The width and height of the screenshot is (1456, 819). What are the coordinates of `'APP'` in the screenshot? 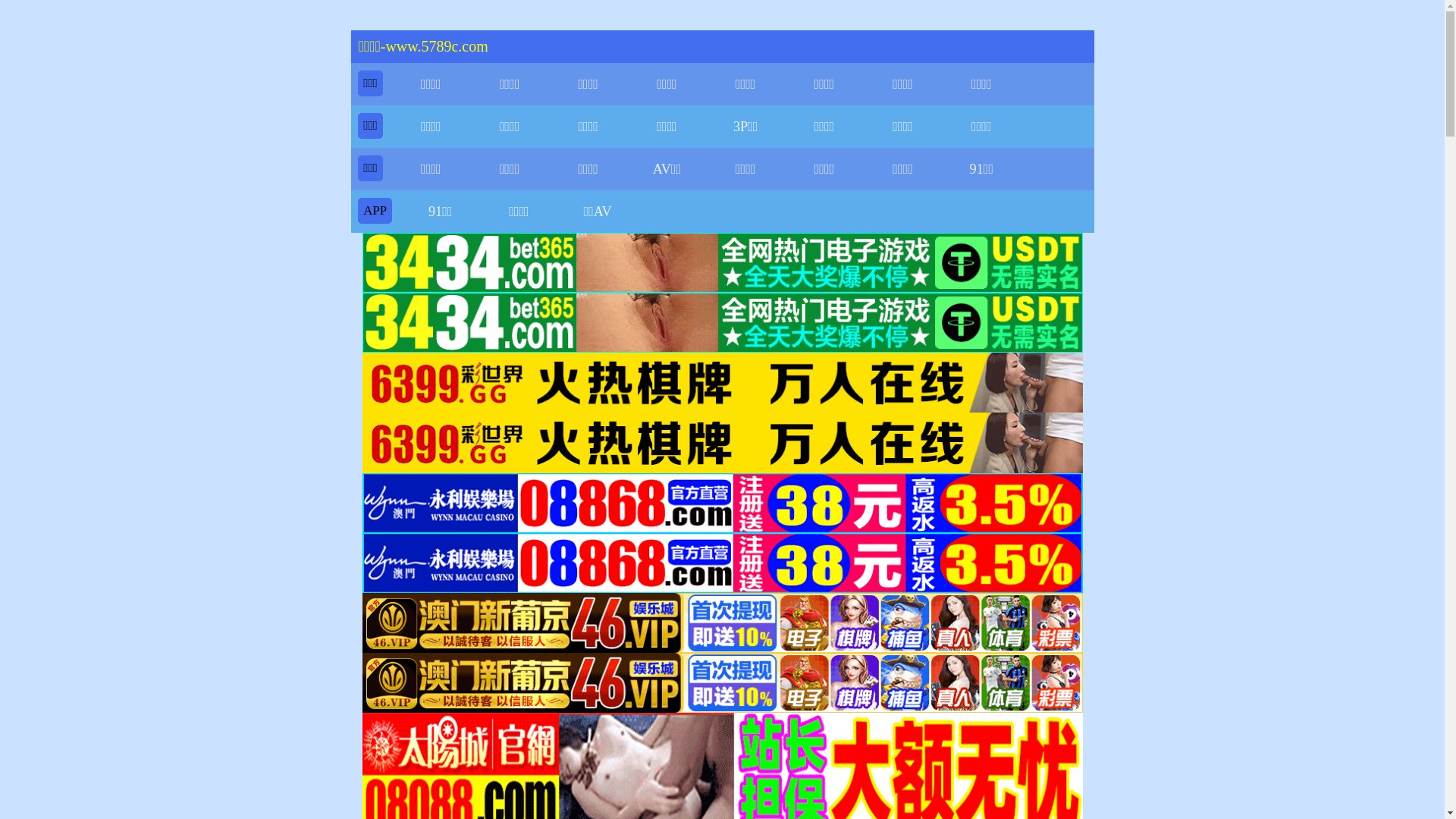 It's located at (375, 210).